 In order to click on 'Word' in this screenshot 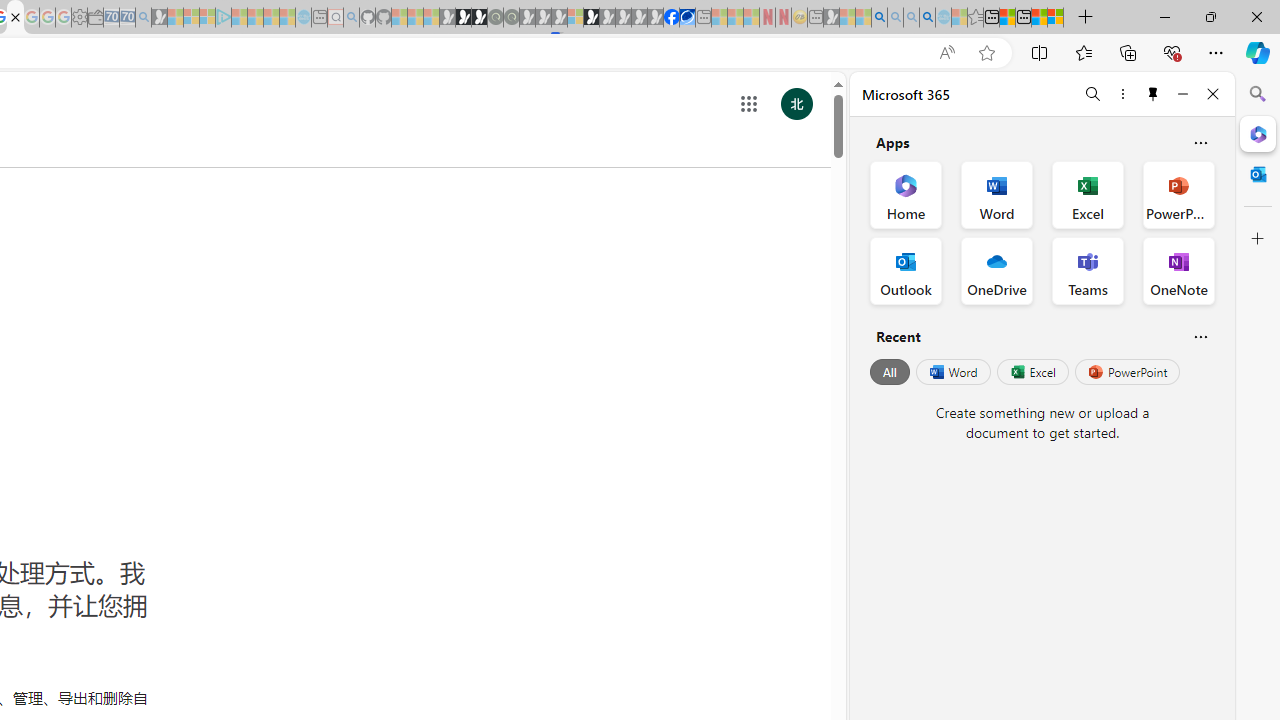, I will do `click(951, 372)`.